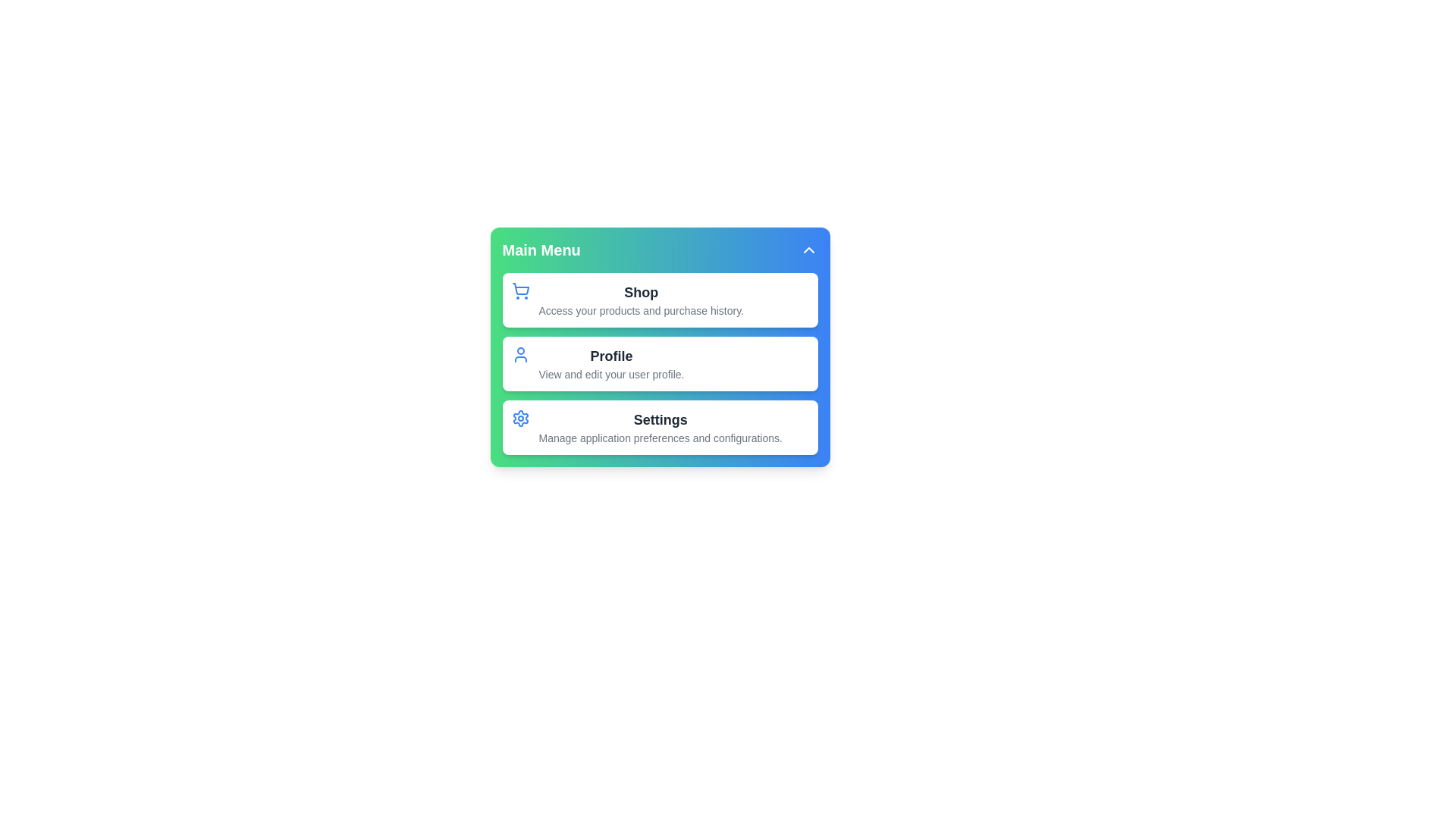 The image size is (1456, 819). What do you see at coordinates (660, 300) in the screenshot?
I see `the menu item Shop from the interactive menu` at bounding box center [660, 300].